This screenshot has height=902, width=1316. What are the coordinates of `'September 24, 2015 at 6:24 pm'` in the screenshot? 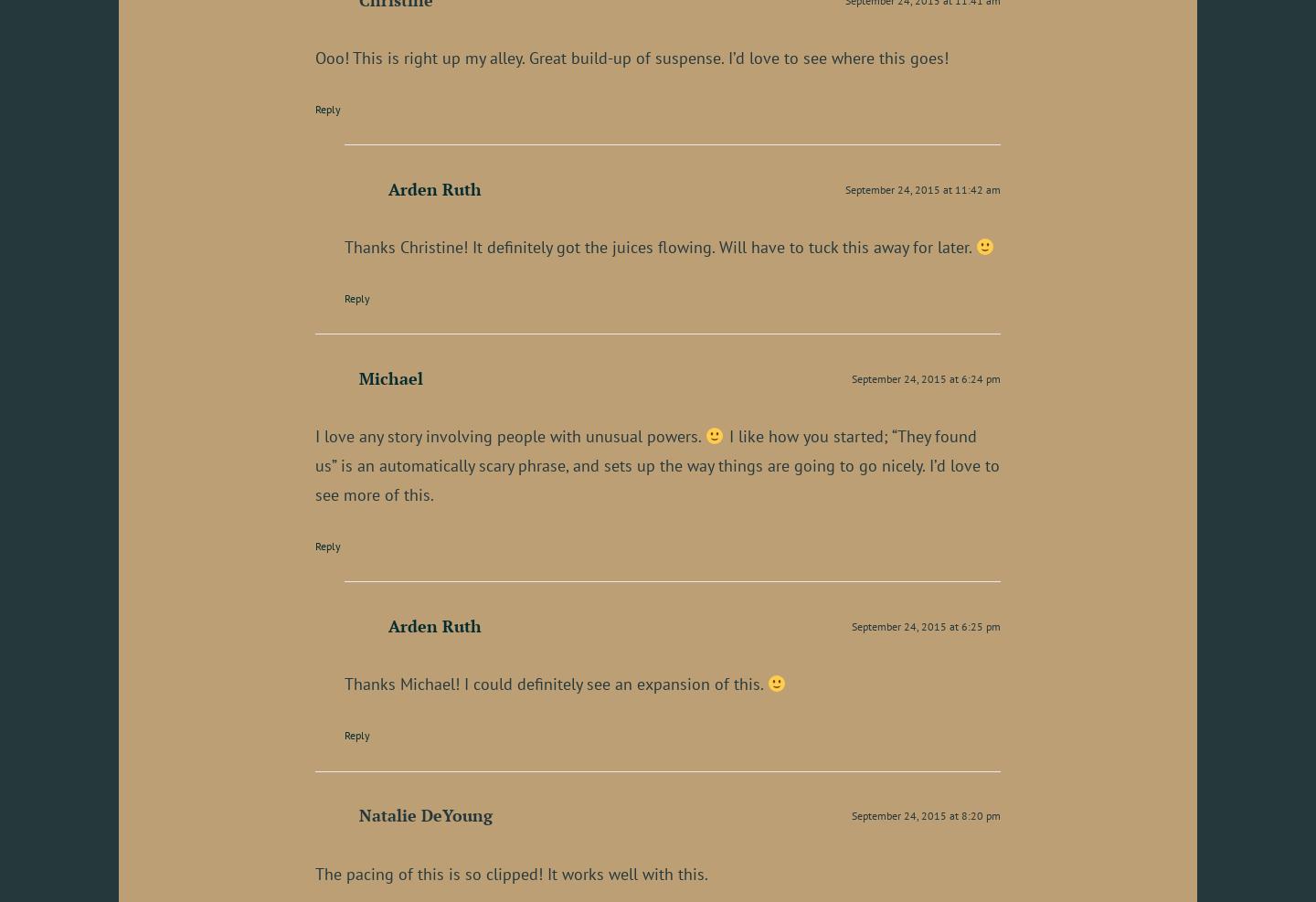 It's located at (925, 378).